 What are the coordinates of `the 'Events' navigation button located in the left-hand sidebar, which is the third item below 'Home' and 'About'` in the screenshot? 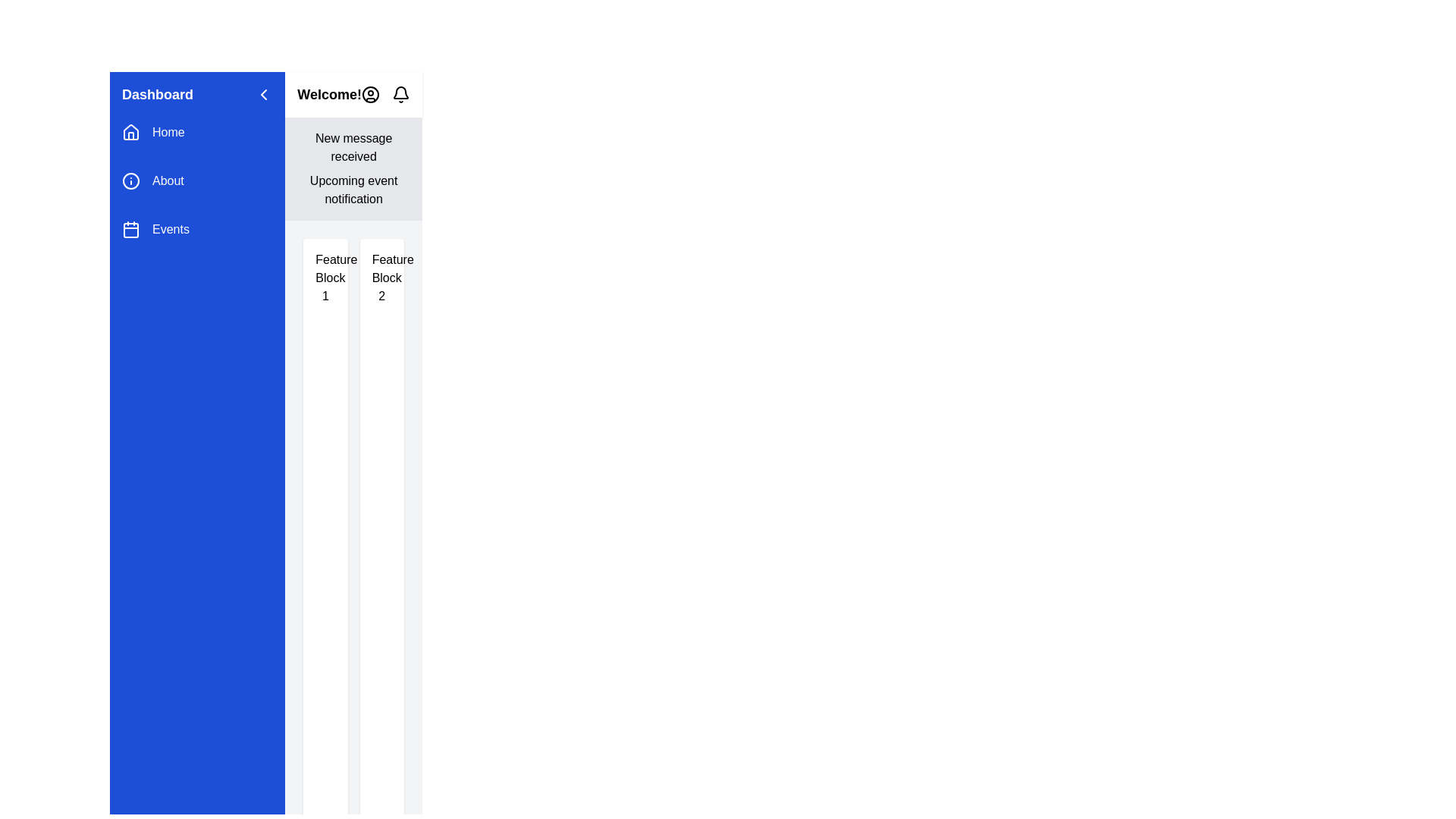 It's located at (196, 230).